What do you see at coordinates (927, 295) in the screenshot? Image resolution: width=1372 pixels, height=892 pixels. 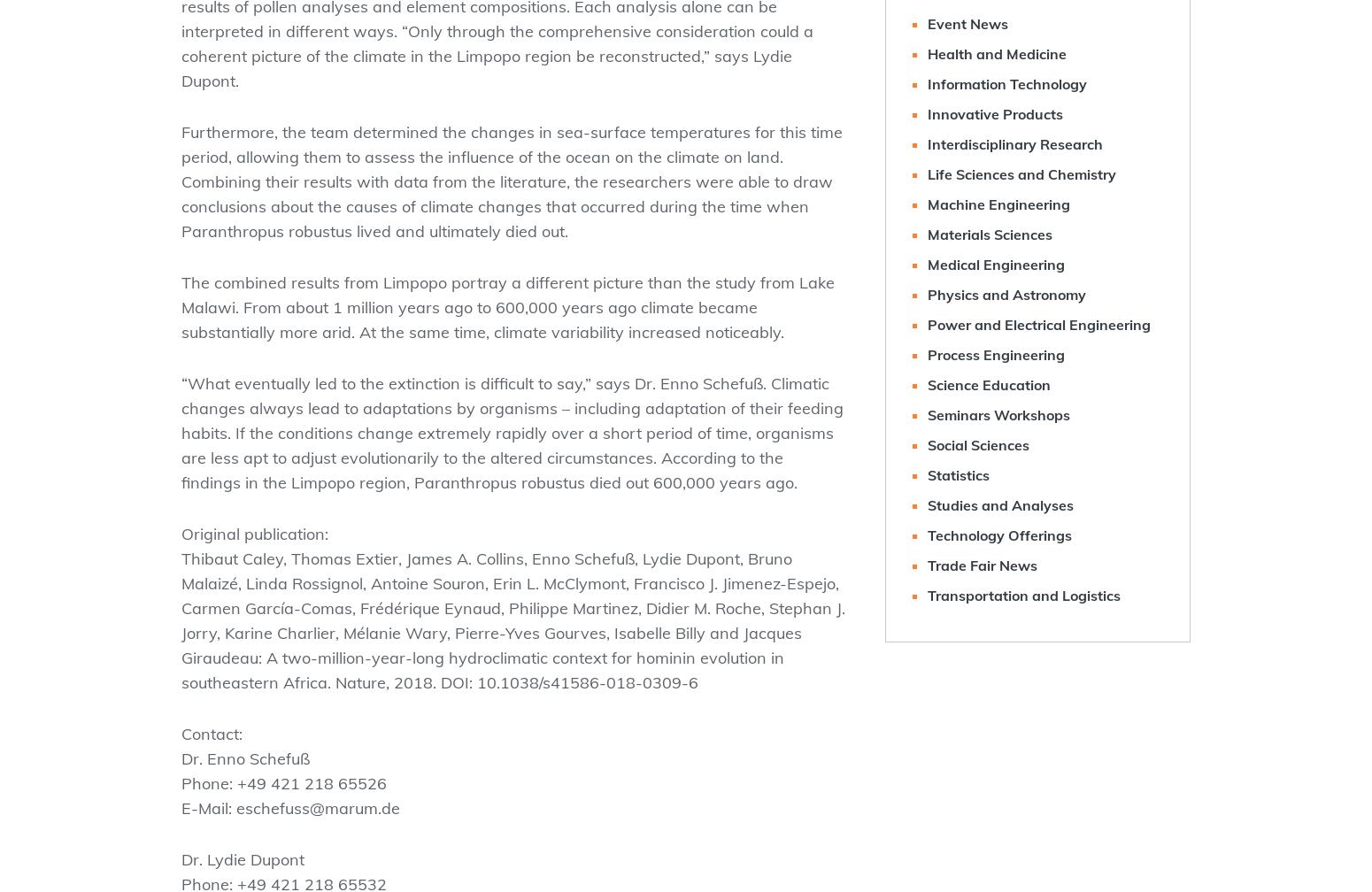 I see `'Physics and Astronomy'` at bounding box center [927, 295].